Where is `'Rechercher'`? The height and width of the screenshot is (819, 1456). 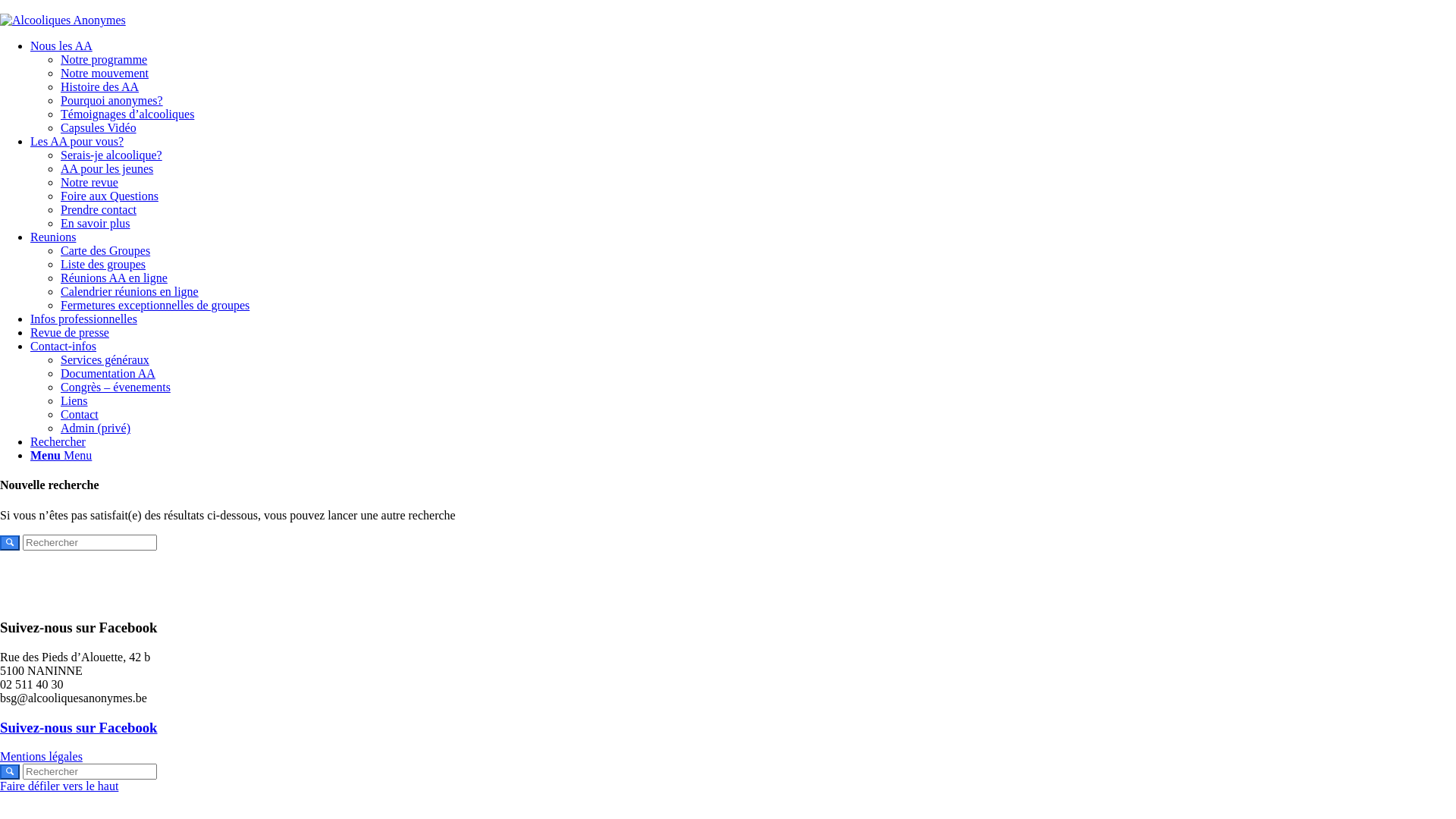
'Rechercher' is located at coordinates (58, 441).